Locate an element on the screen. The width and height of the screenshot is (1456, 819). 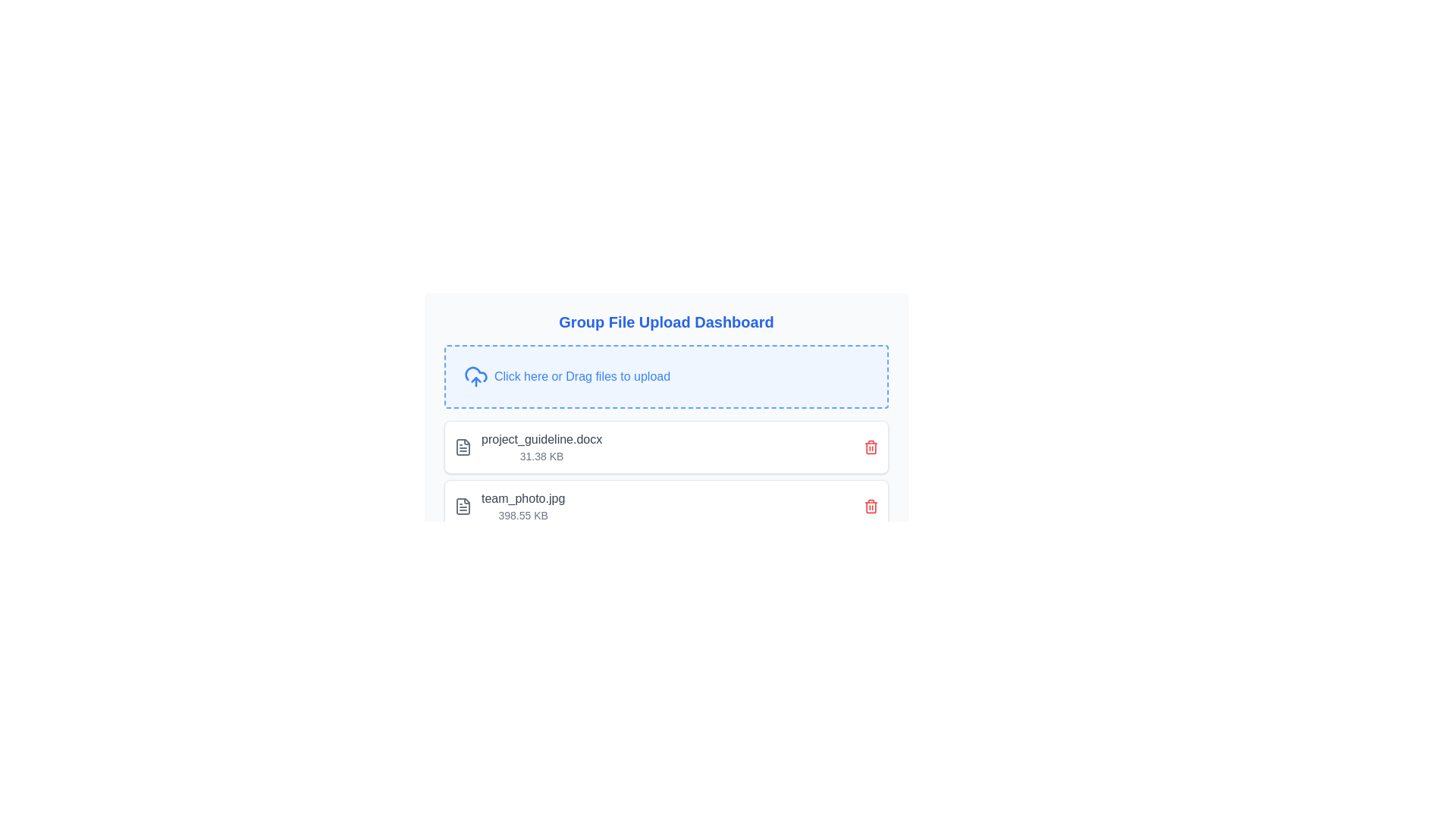
the File Upload Area, which has a dashed border and light blue background is located at coordinates (666, 376).